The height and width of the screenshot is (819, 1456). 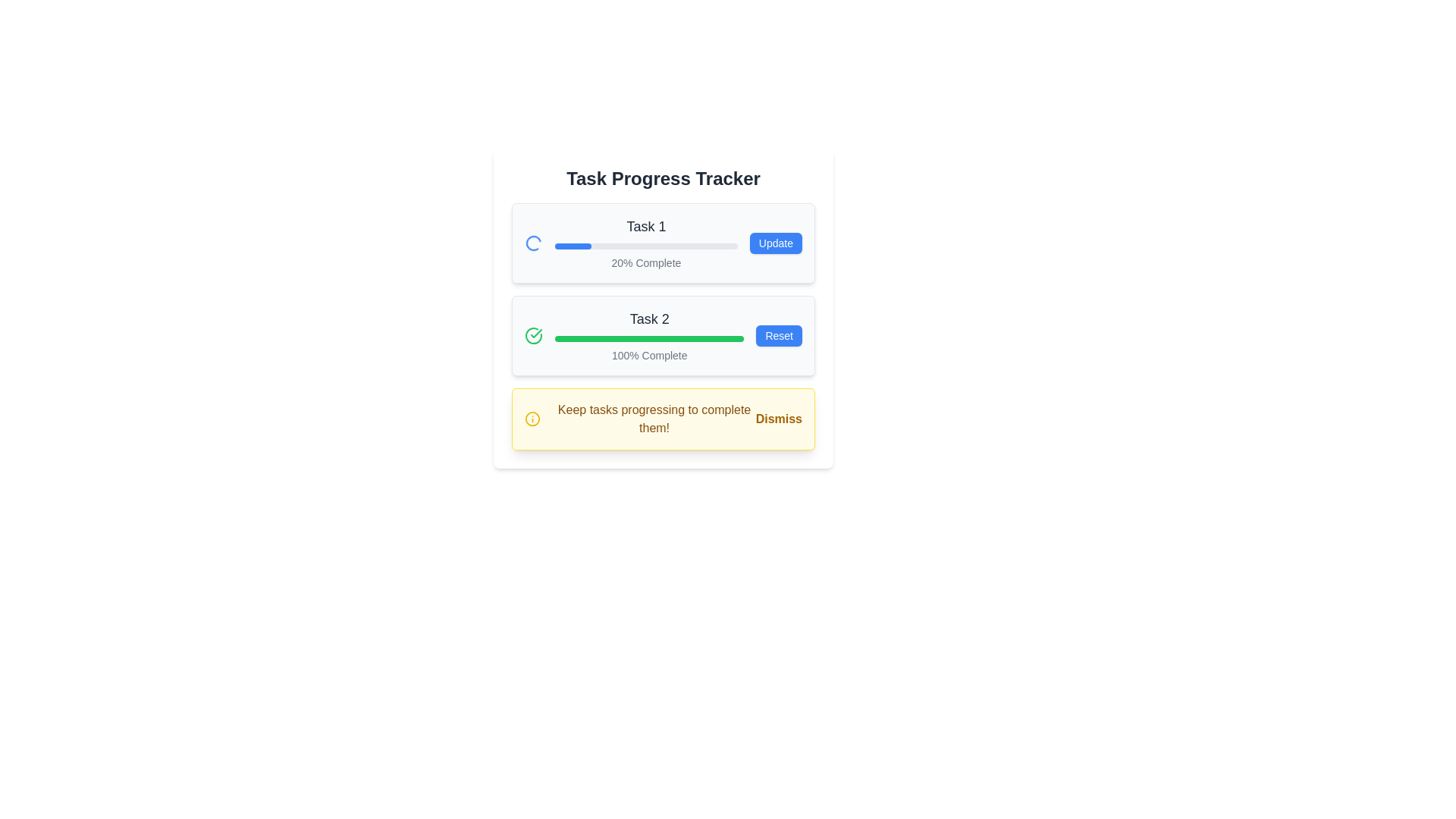 I want to click on the 'Reset' button with a blue background and white text, positioned to the right of the green progress bar labeled '100% Complete' within the 'Task 2' group, so click(x=779, y=335).